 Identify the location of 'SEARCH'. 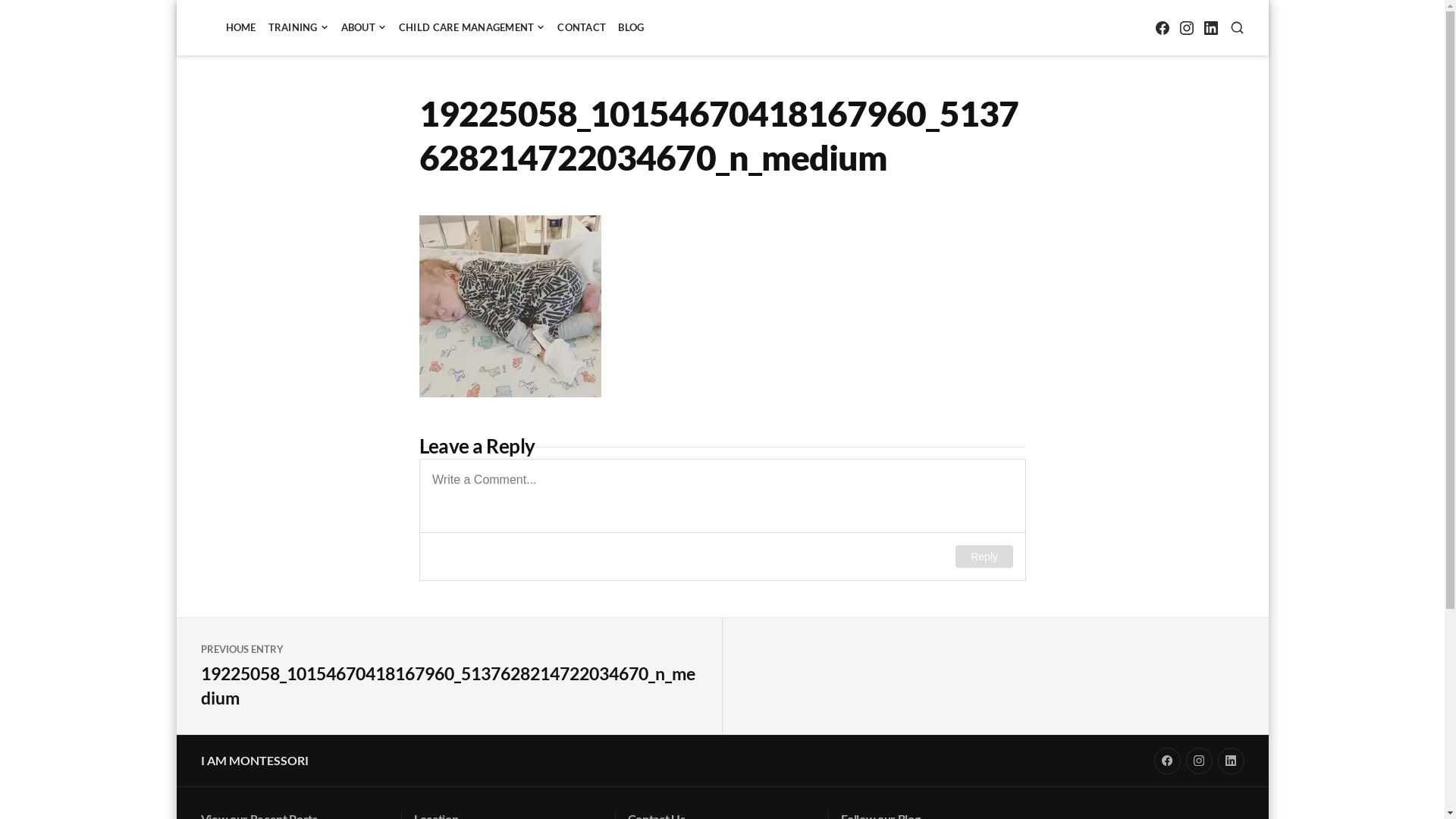
(1237, 27).